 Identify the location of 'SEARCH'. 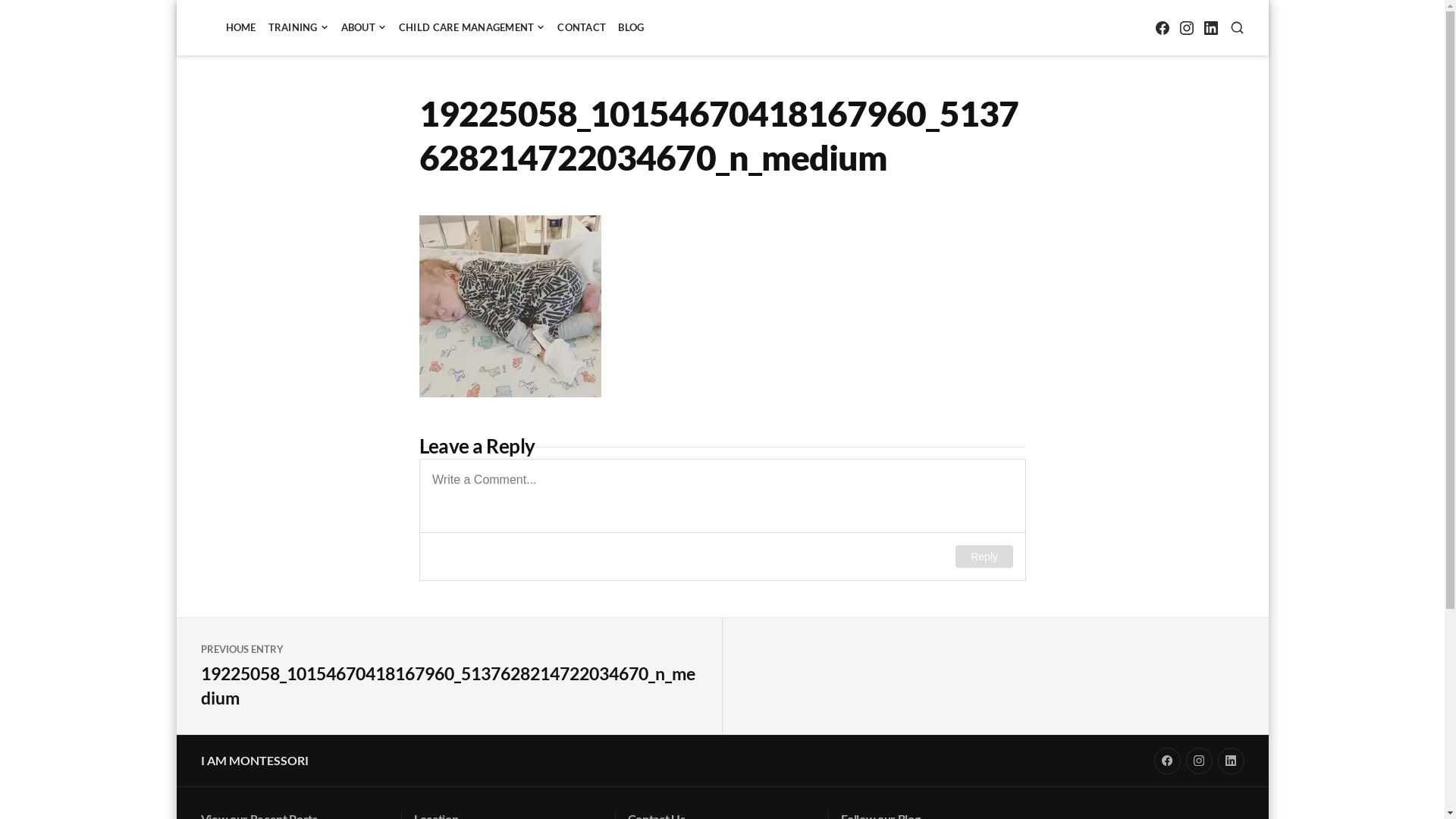
(1237, 27).